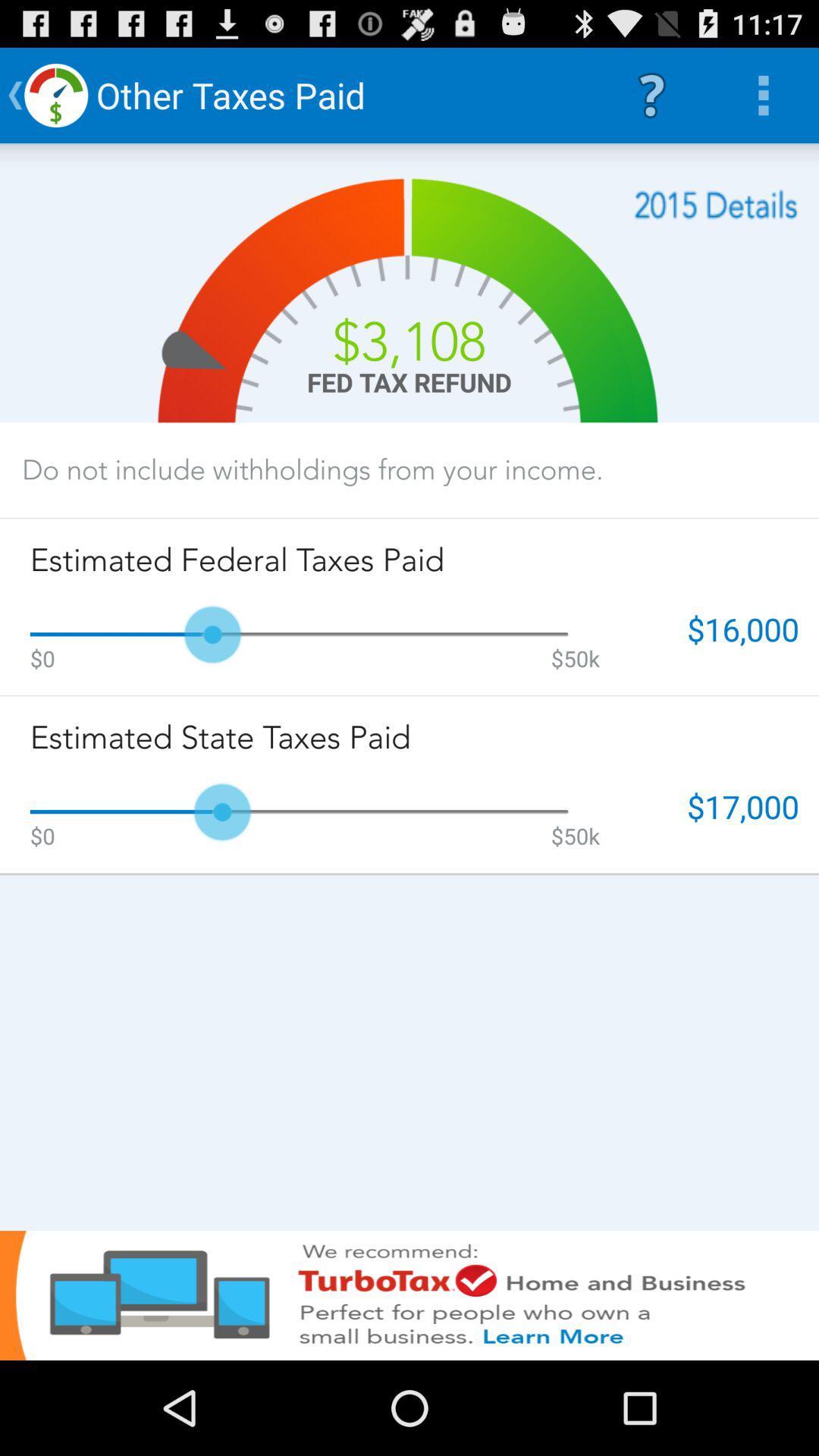  Describe the element at coordinates (651, 94) in the screenshot. I see `the icon to the right of the other taxes paid item` at that location.